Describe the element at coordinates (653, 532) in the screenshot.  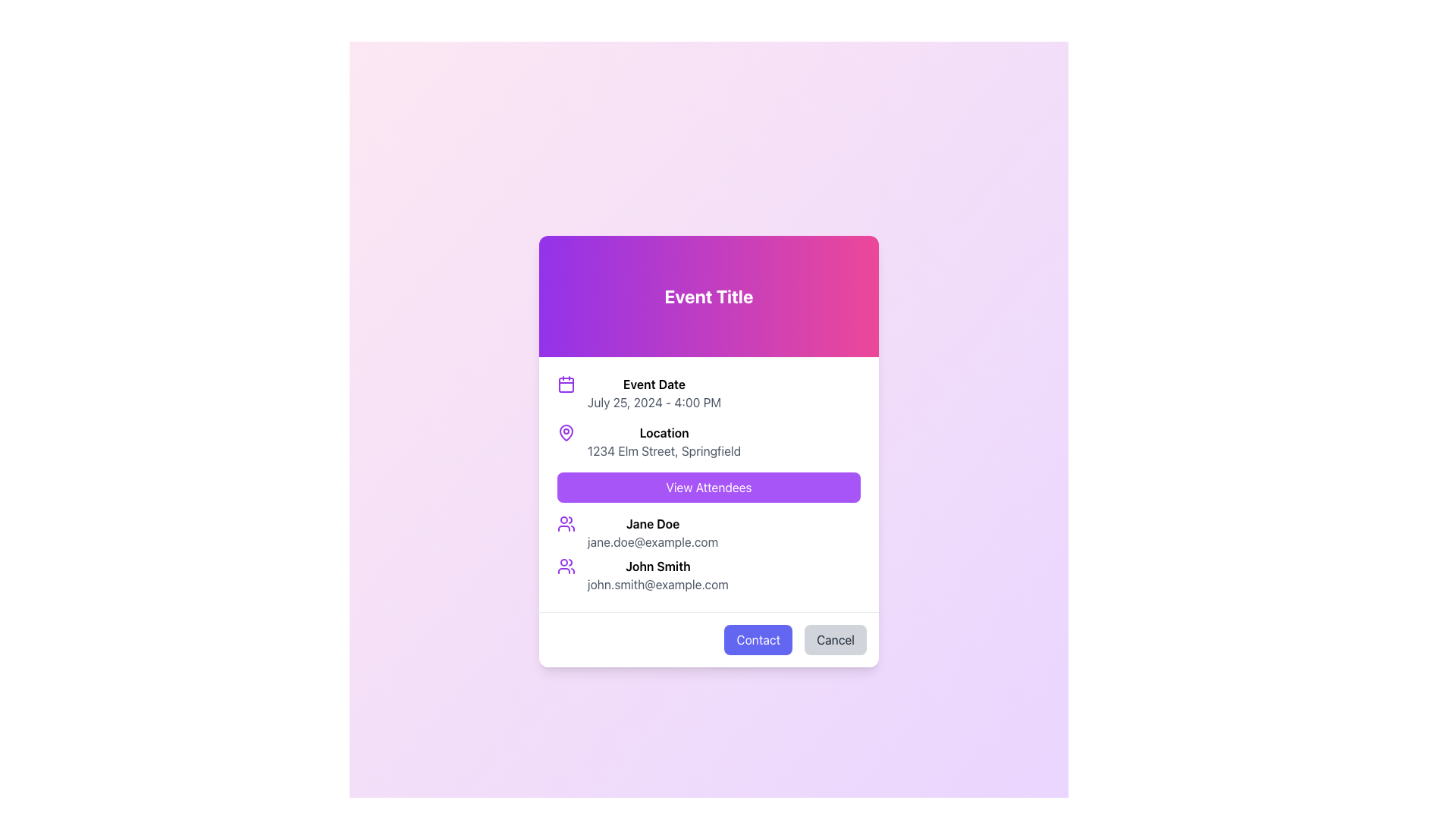
I see `the text block displaying attendee details for 'Jane Doe' with email 'jane.doe@example.com'` at that location.